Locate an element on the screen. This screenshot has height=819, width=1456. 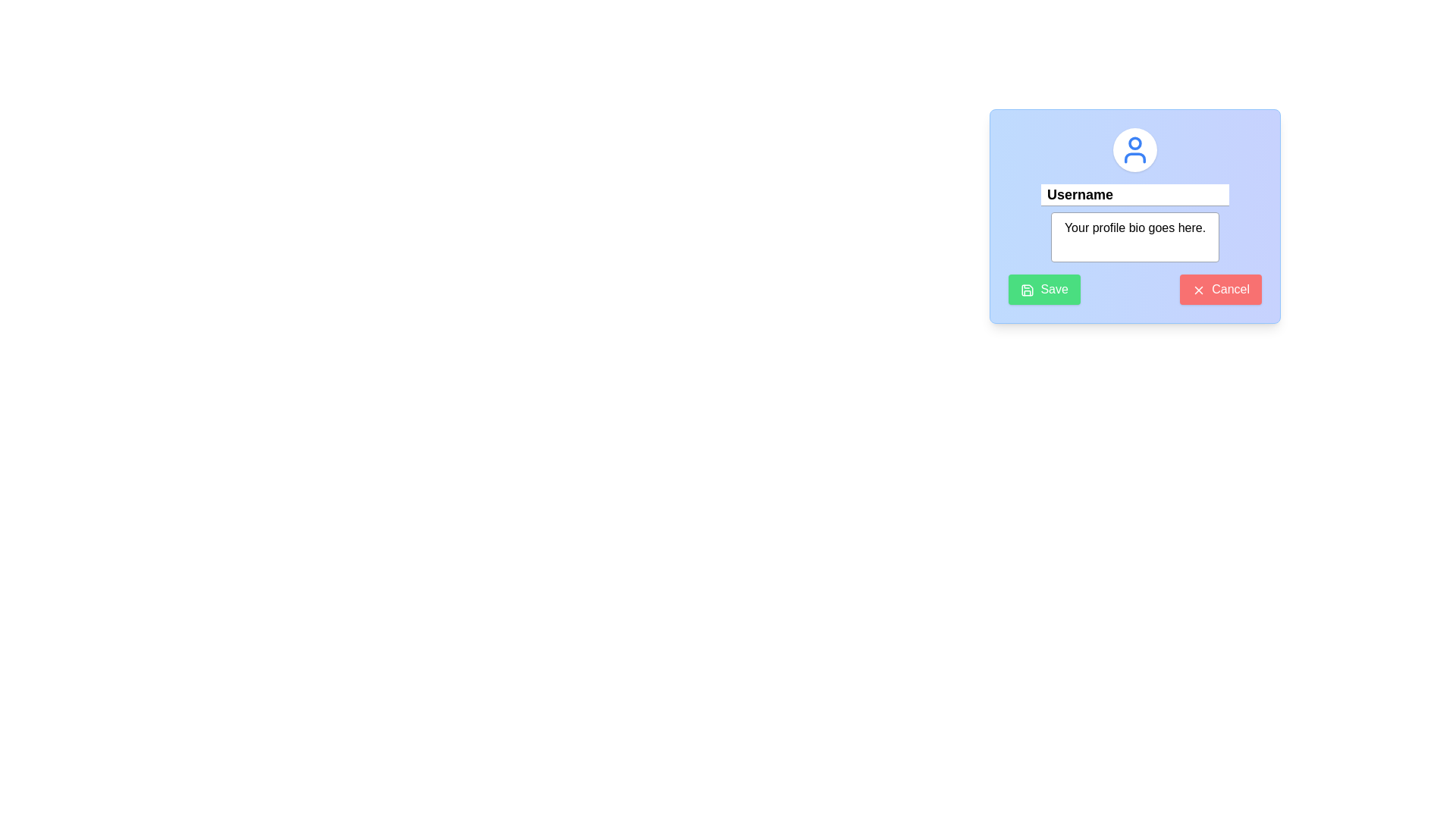
the user icon SVG element, which is located at the center of a circular white background at the top of a modal dialog box is located at coordinates (1135, 149).